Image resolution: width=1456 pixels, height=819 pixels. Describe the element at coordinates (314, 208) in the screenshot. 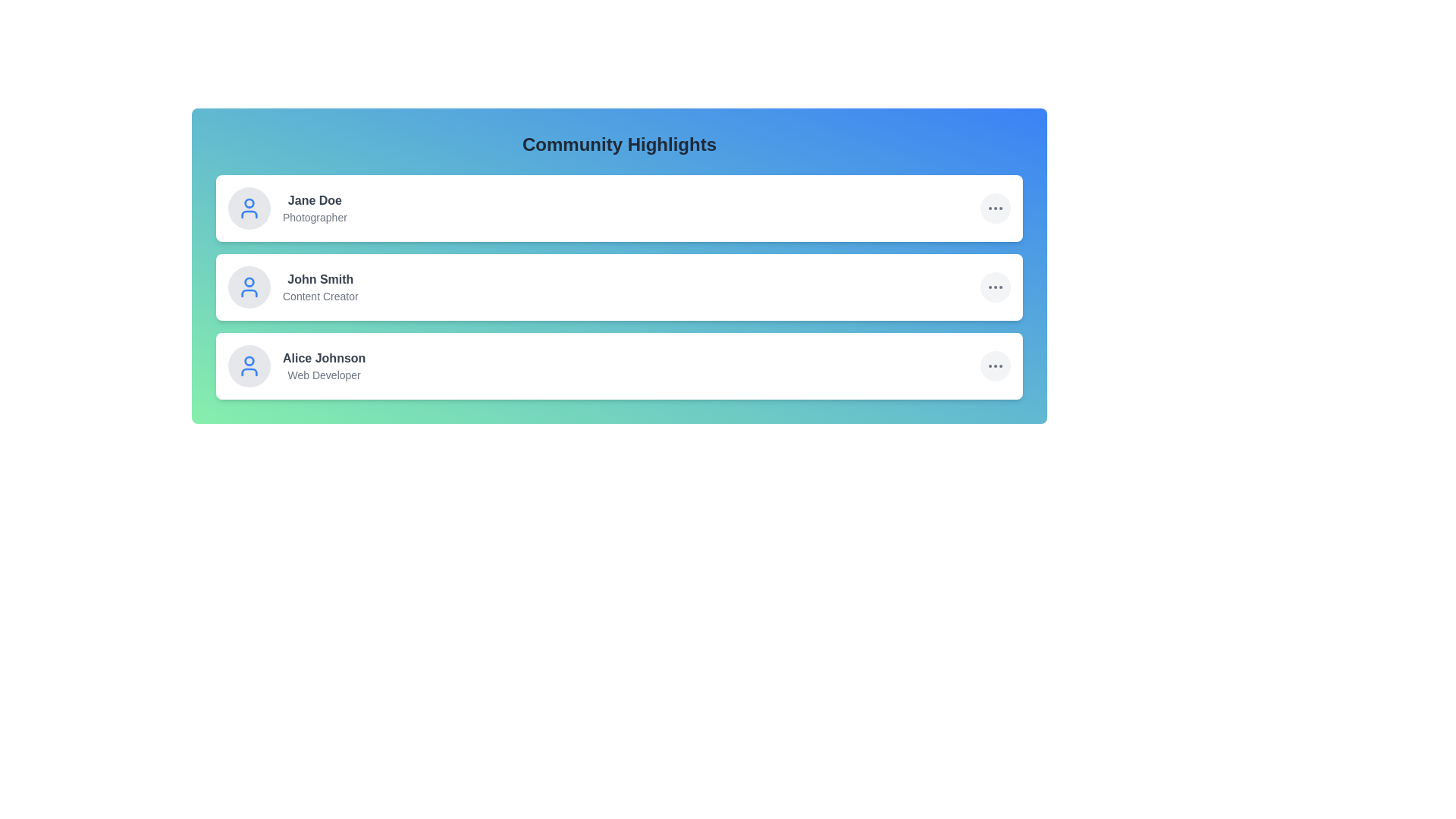

I see `the text display element that shows the name and occupation of a highlighted community member in the 'Community Highlights' section, located directly right of the blue user icon` at that location.